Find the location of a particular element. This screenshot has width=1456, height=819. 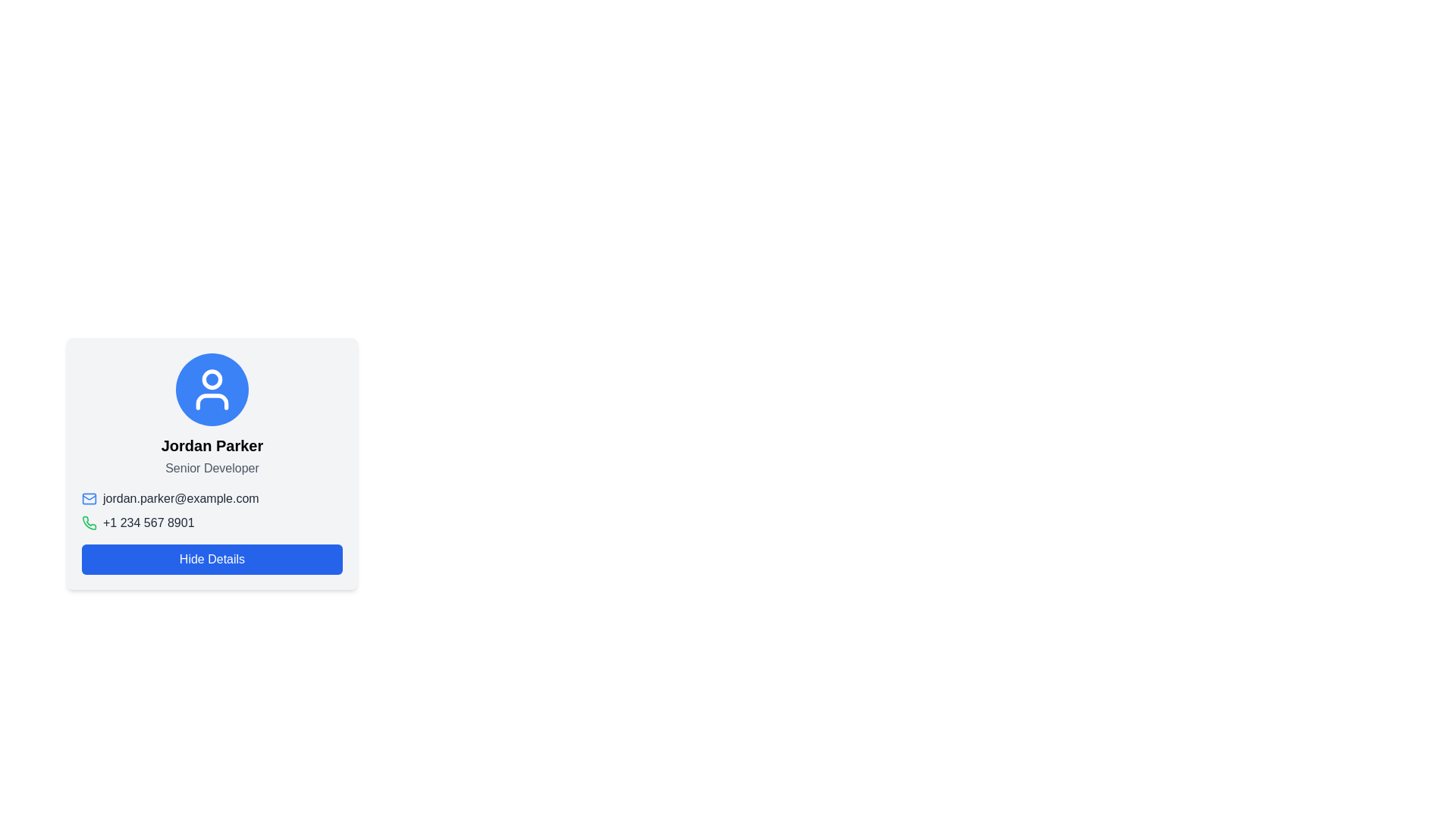

the rectangular arc component within the bottom center of the circular blue icon above 'Jordan Parker' on the user detail card is located at coordinates (211, 400).